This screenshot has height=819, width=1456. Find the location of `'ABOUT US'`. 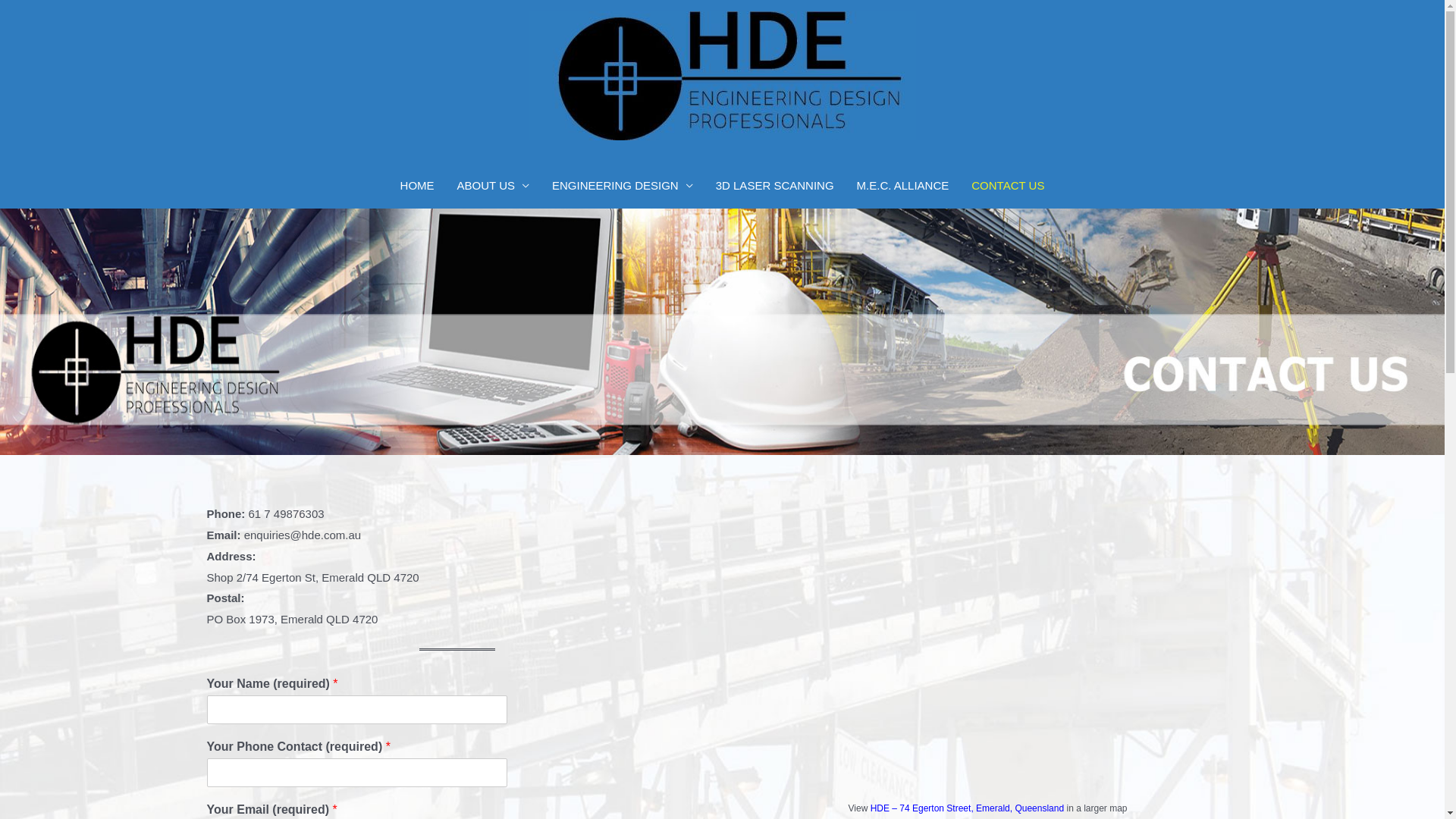

'ABOUT US' is located at coordinates (445, 185).